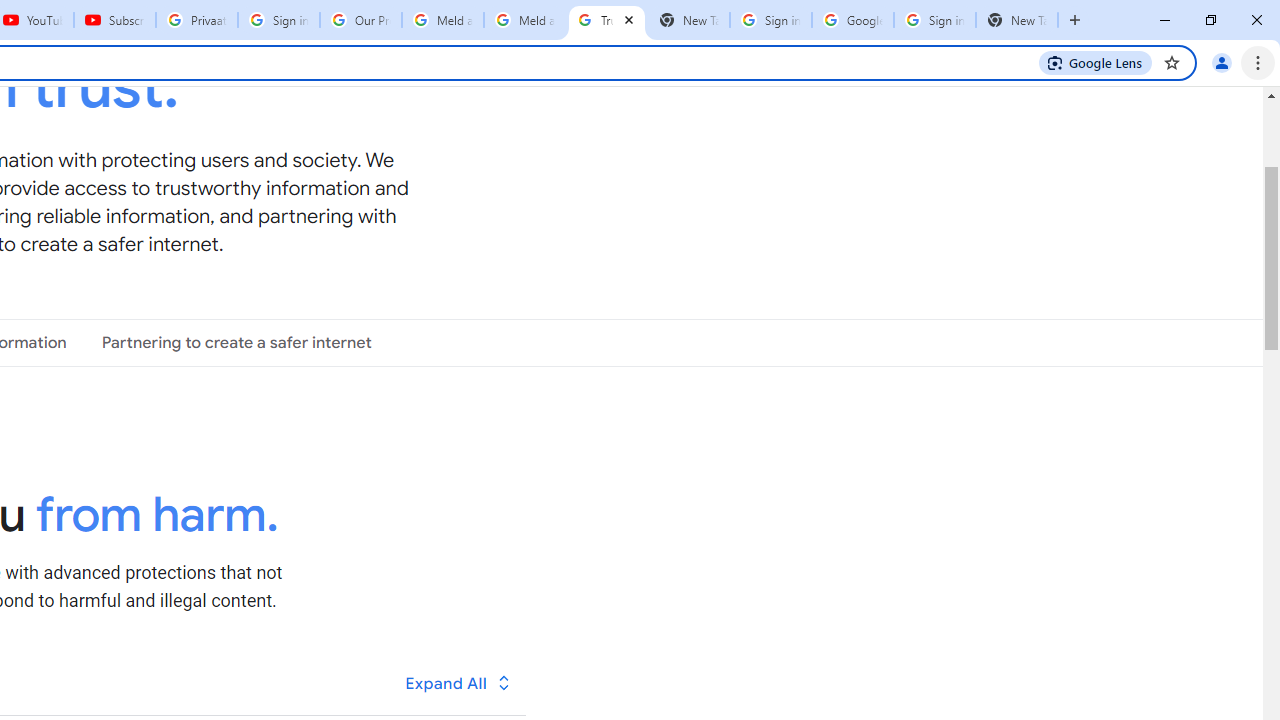  Describe the element at coordinates (114, 20) in the screenshot. I see `'Subscriptions - YouTube'` at that location.